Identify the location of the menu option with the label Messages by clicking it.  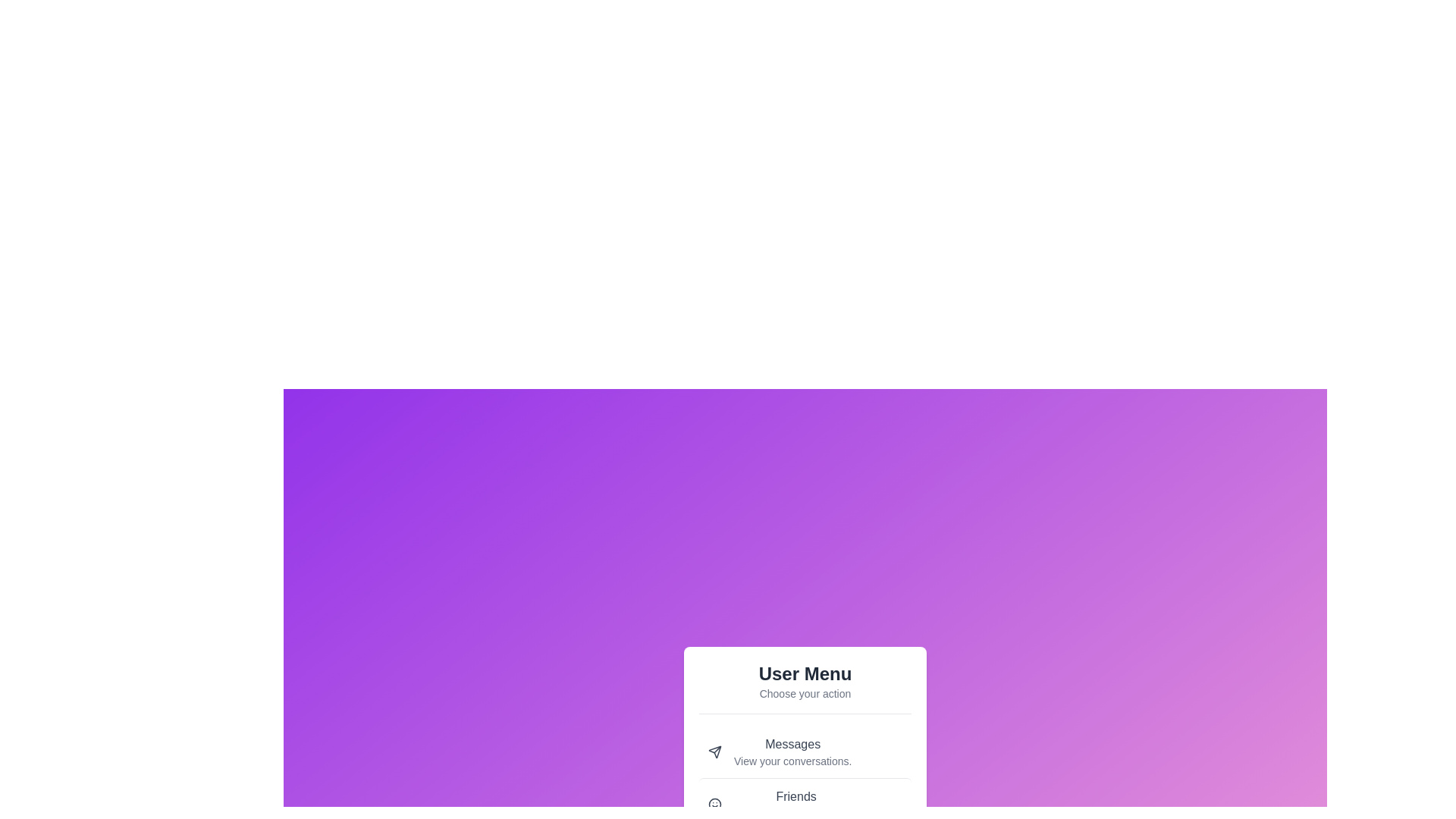
(804, 752).